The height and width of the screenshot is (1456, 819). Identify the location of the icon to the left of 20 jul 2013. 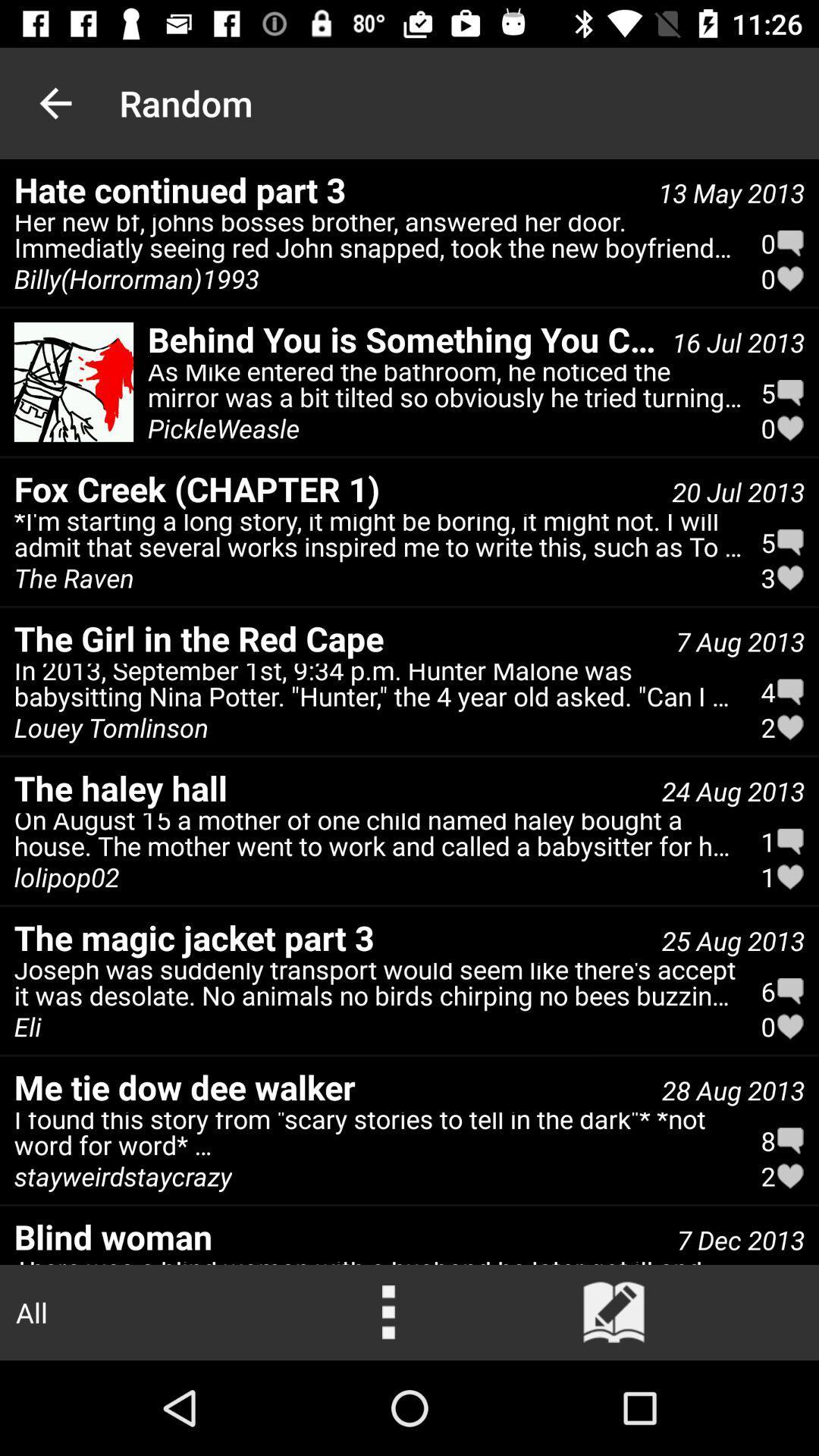
(335, 488).